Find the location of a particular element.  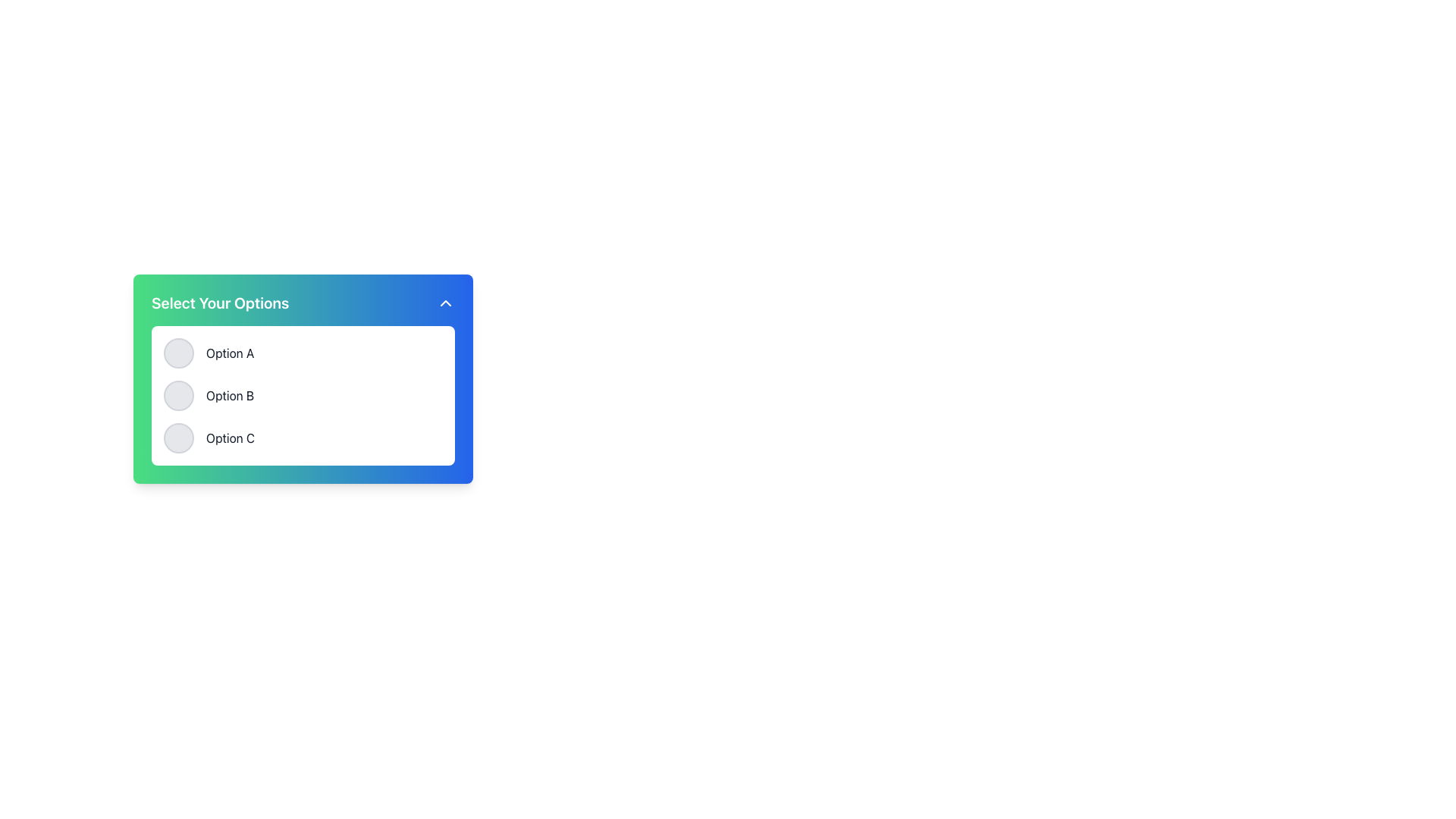

the circular interactive button with a gray background located at the beginning of the row labeled 'Option A' is located at coordinates (178, 353).